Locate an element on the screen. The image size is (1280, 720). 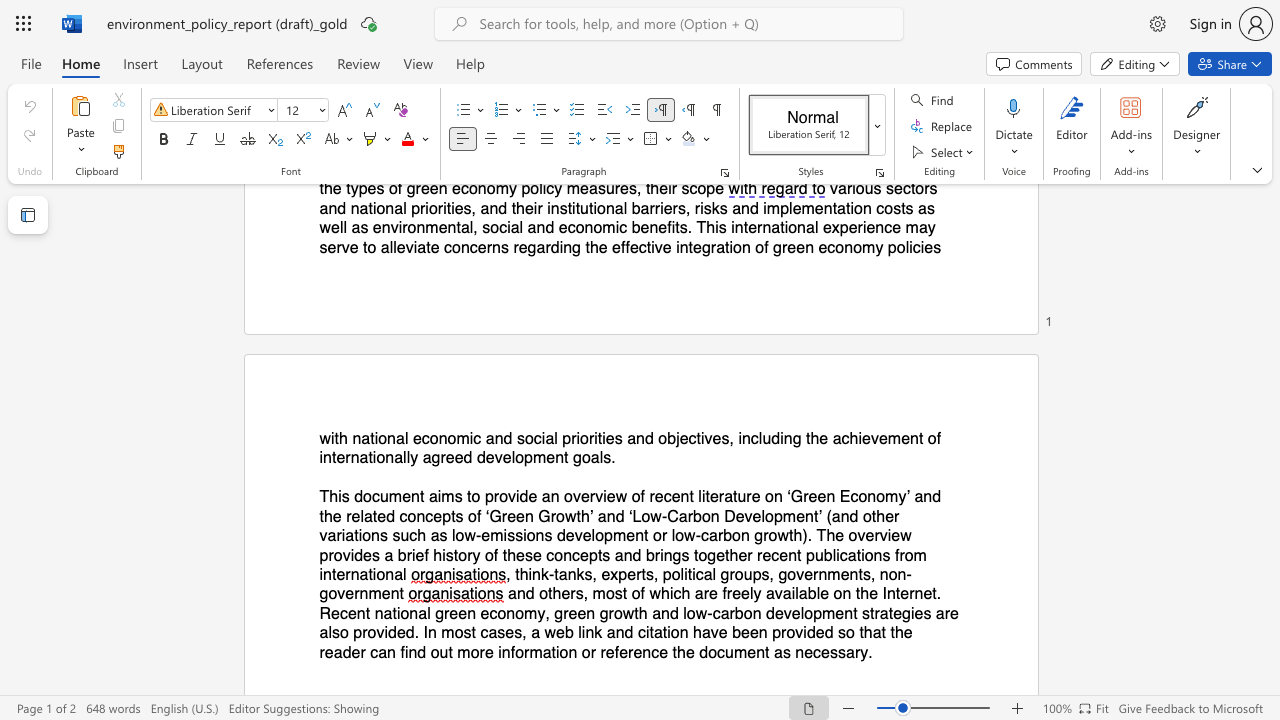
the subset text "een Growth’ and ‘Low‐Carbon Development’ (and other variations such as low‐emissions development or low‐carbon growth). The ov" within the text "This document aims to provide an overview of recent literature on ‘Green Economy’ and the related concepts of ‘Green Growth’ and ‘Low‐Carbon Development’ (and other variations such as low‐emissions development or low‐carbon growth). The overview provides a brief history of these concepts and brings together recent publications from international" is located at coordinates (507, 515).